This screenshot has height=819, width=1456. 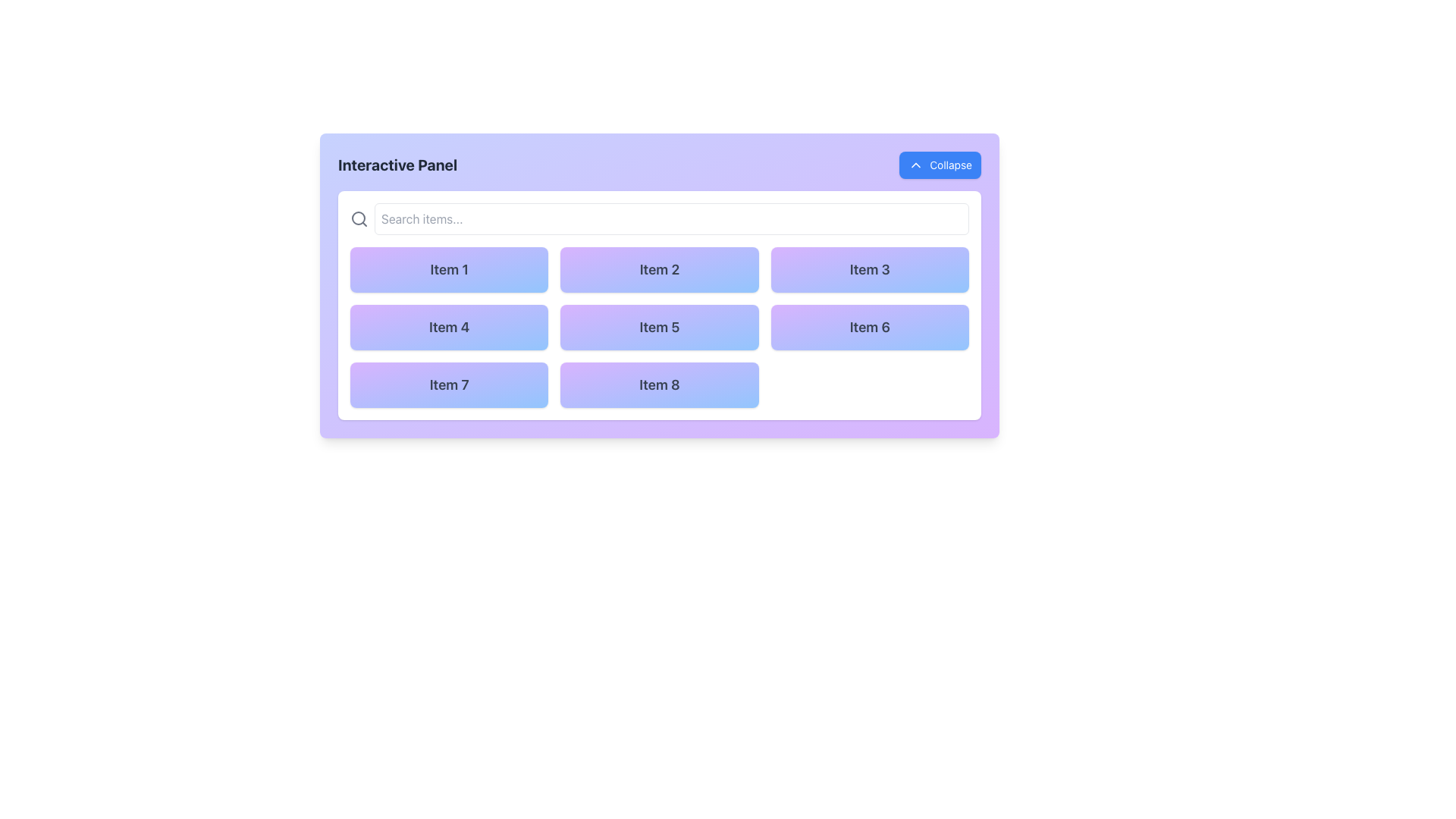 What do you see at coordinates (448, 268) in the screenshot?
I see `text element displaying 'Item 1' in bold gray font located in the top-left corner of the grid of rectangular items` at bounding box center [448, 268].